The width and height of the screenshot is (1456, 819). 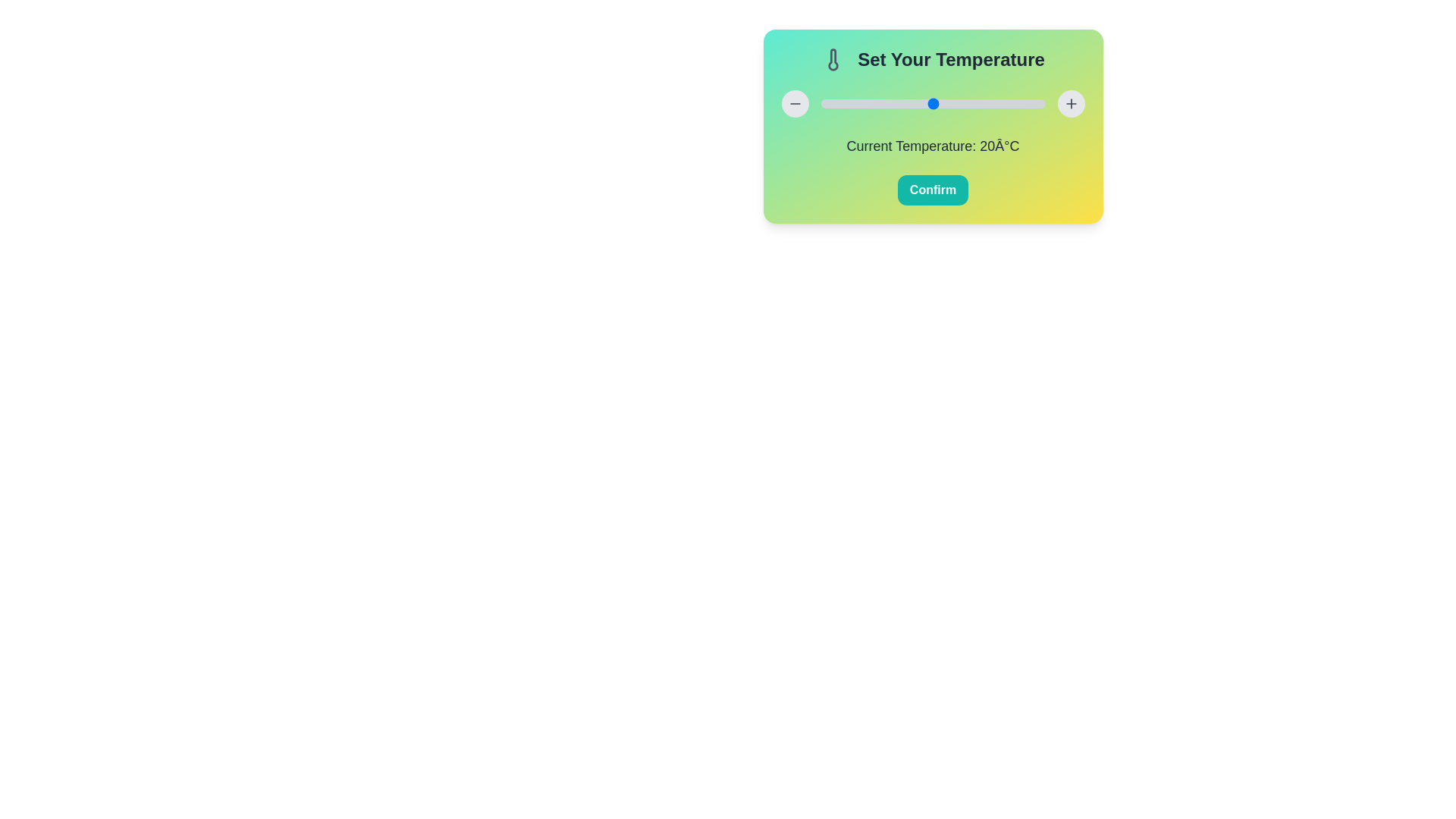 What do you see at coordinates (1070, 103) in the screenshot?
I see `the '+' button to increase the temperature` at bounding box center [1070, 103].